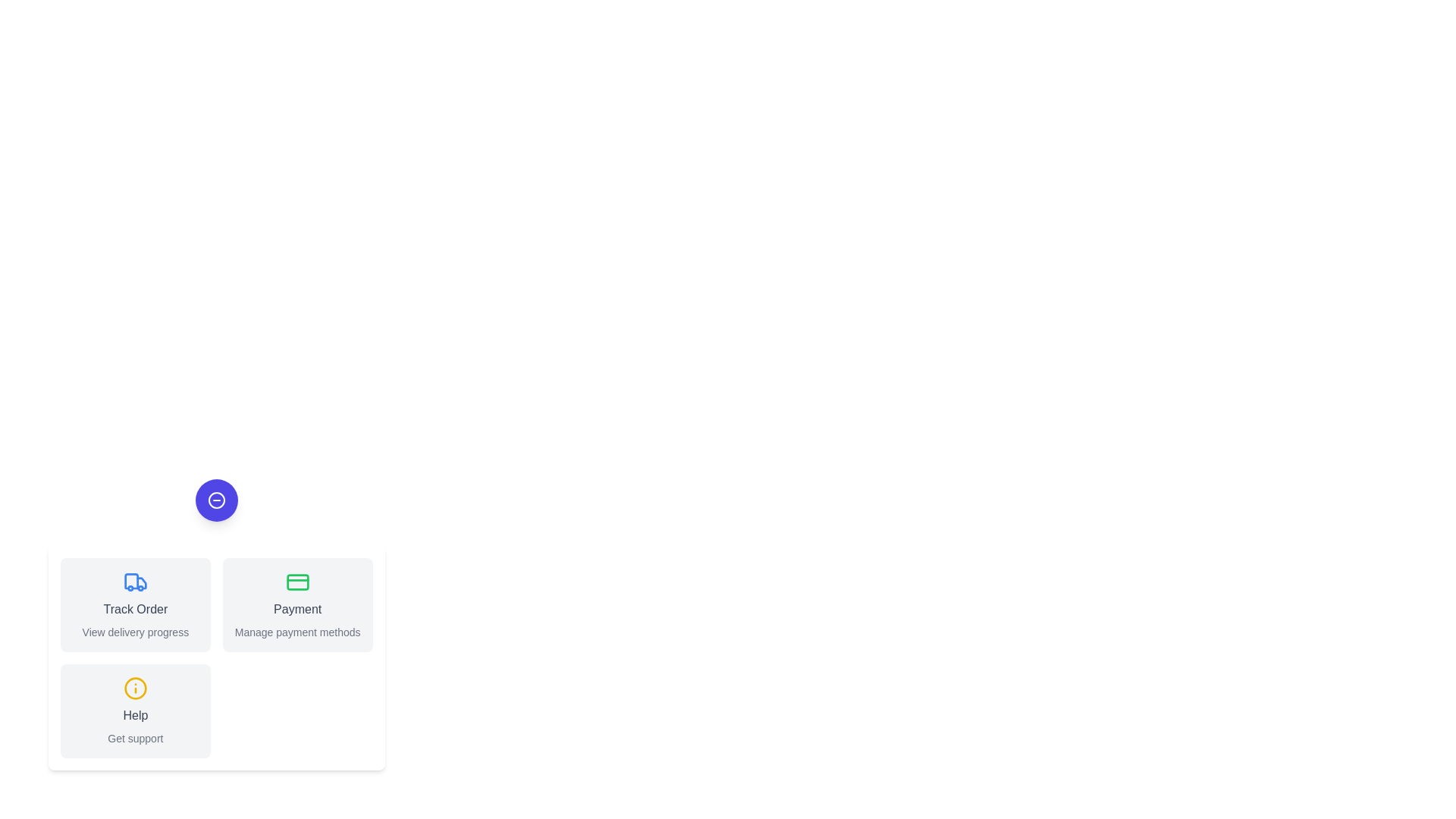  I want to click on toggle button to change the visibility of the quick actions menu, so click(215, 500).